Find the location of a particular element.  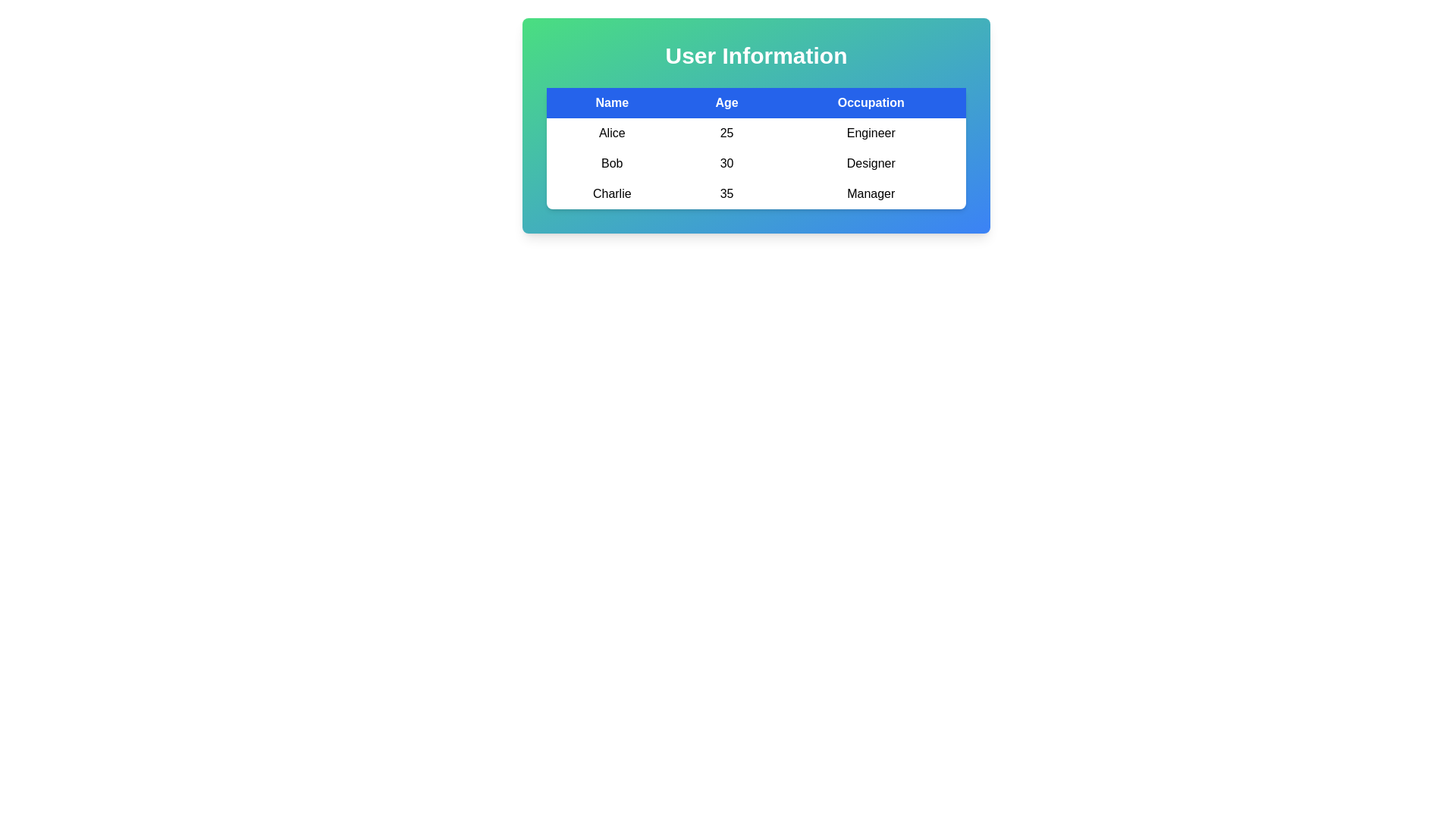

the text label identifying the occupation of the user 'Bob' in the 'Occupation' column of the second row of the table beneath the 'User Information' header is located at coordinates (871, 164).